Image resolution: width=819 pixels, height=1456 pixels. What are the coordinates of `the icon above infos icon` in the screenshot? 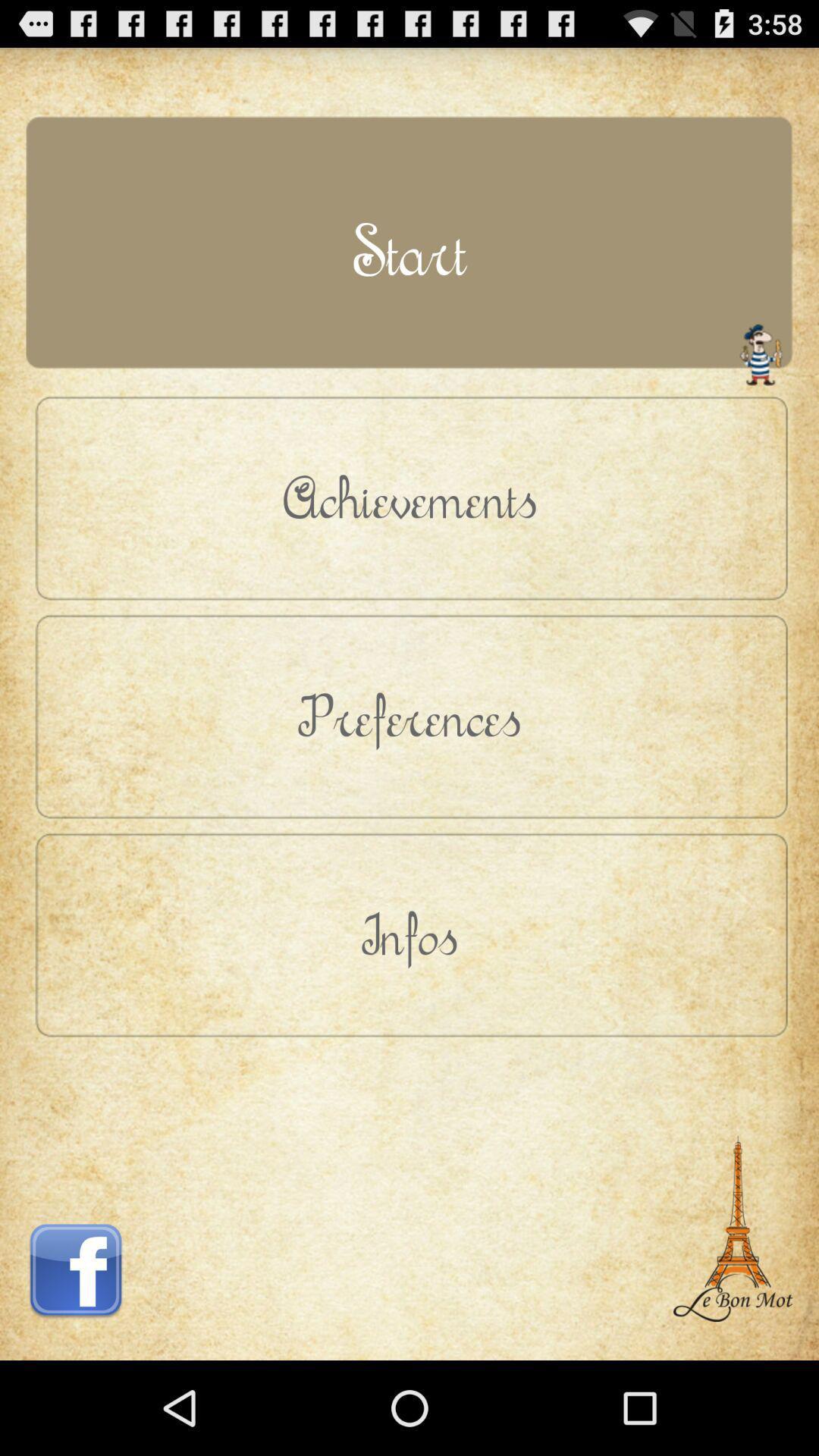 It's located at (409, 715).